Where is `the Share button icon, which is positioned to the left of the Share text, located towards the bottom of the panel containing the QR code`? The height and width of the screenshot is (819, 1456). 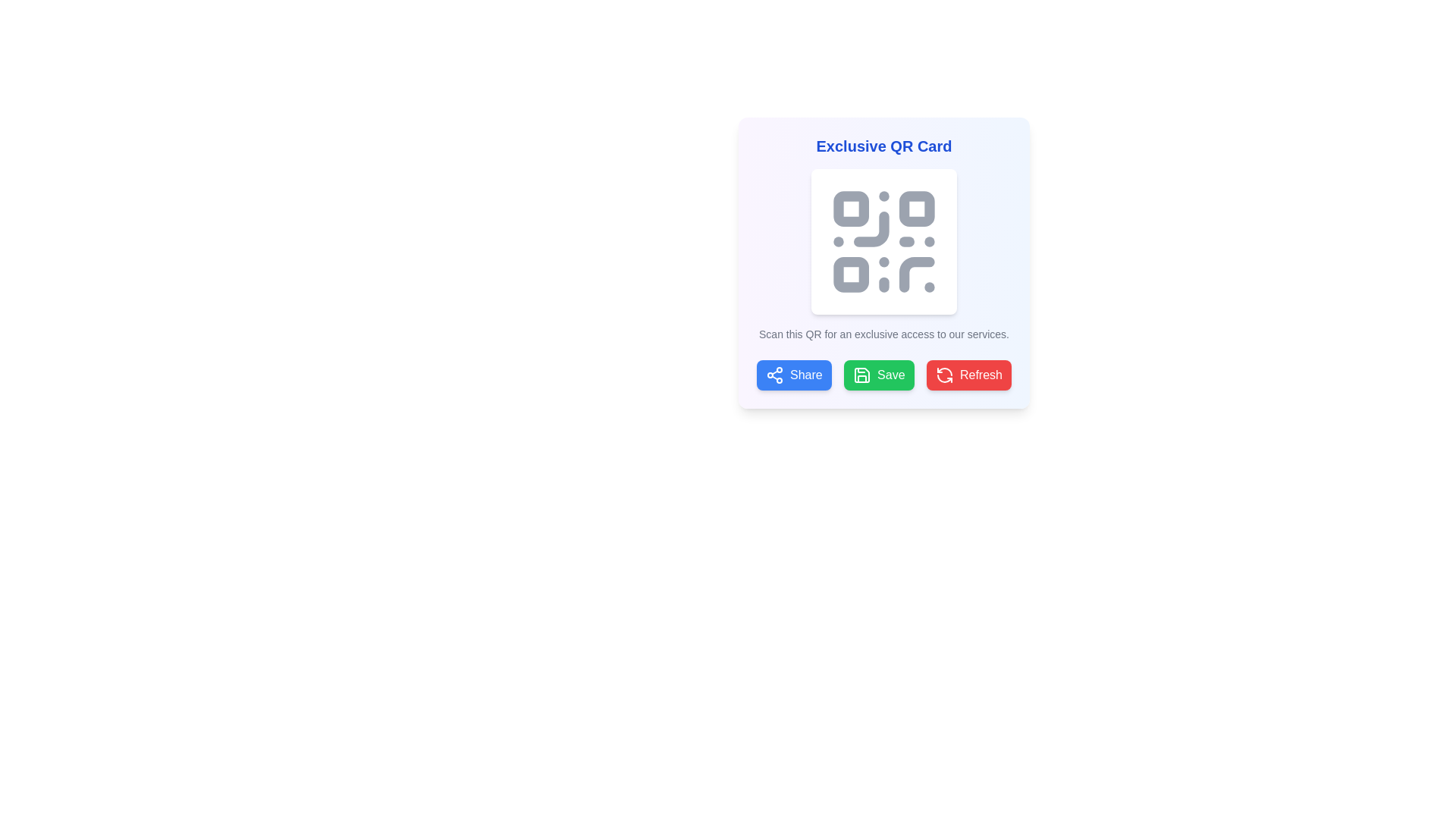
the Share button icon, which is positioned to the left of the Share text, located towards the bottom of the panel containing the QR code is located at coordinates (775, 375).